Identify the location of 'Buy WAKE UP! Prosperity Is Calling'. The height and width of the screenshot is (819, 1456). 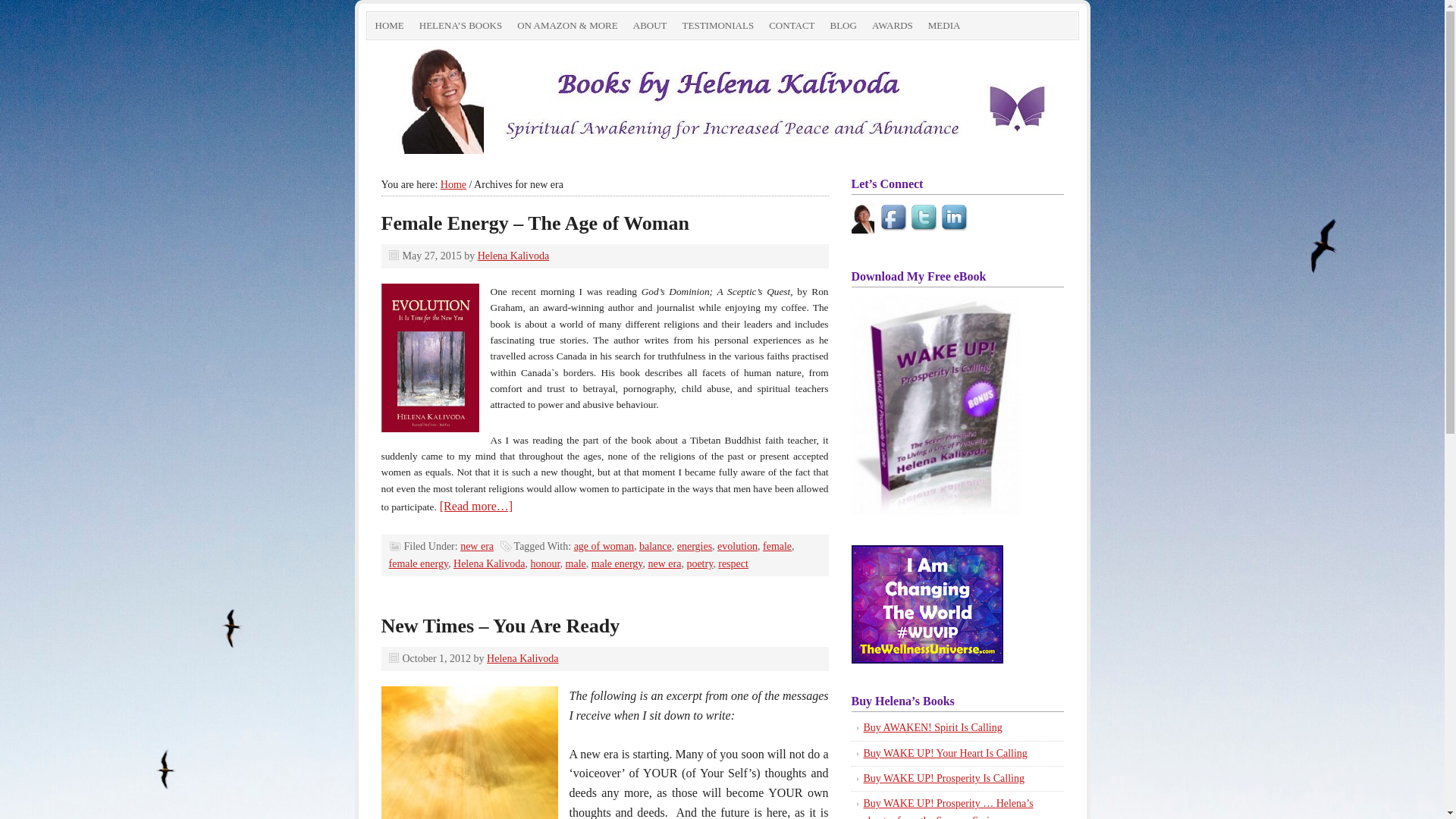
(862, 778).